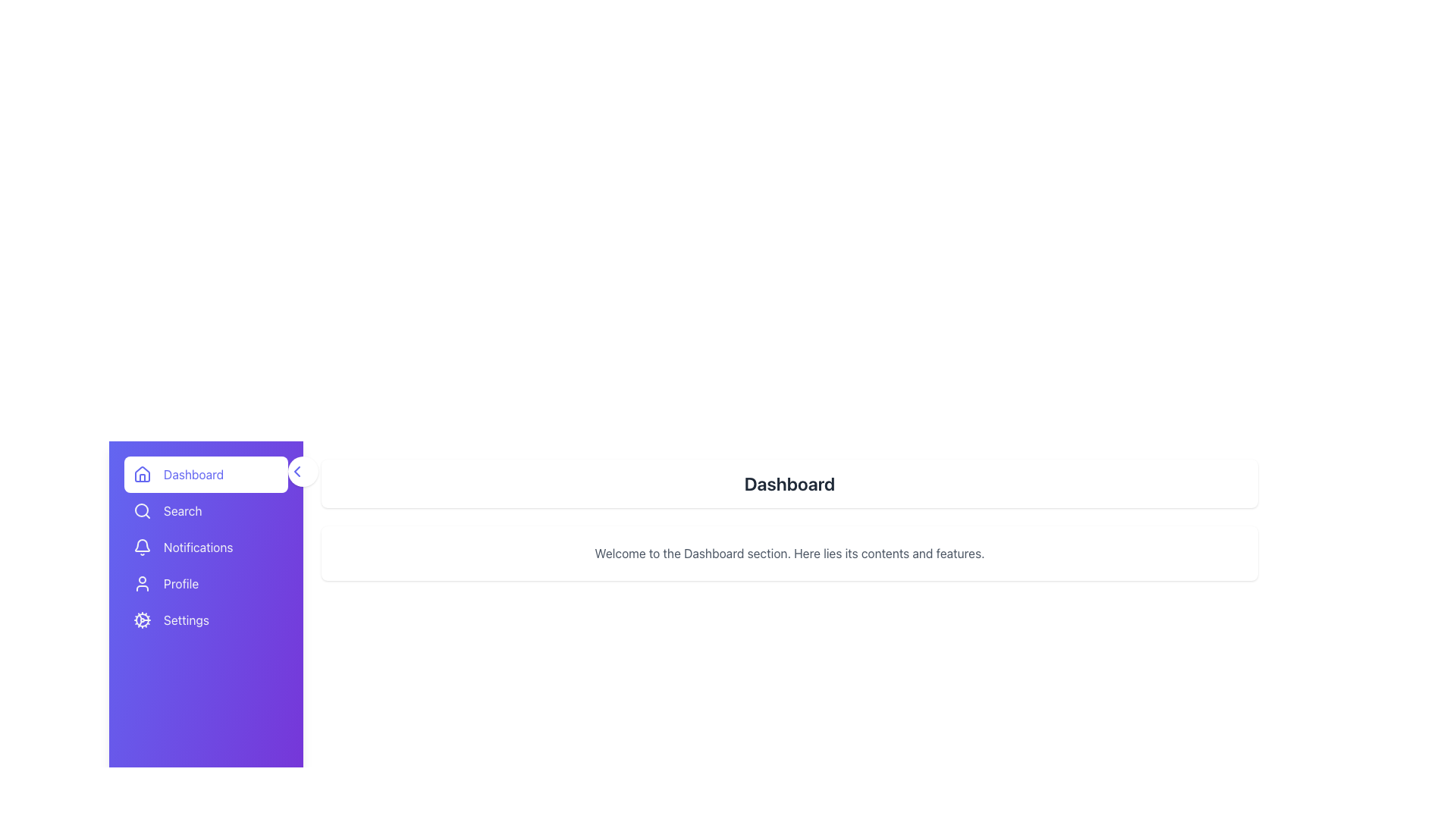 The height and width of the screenshot is (819, 1456). I want to click on the text label that reads 'Profile' in the sidebar menu, which is styled with white text on a purple background and located between 'Notifications' and 'Settings', so click(181, 583).